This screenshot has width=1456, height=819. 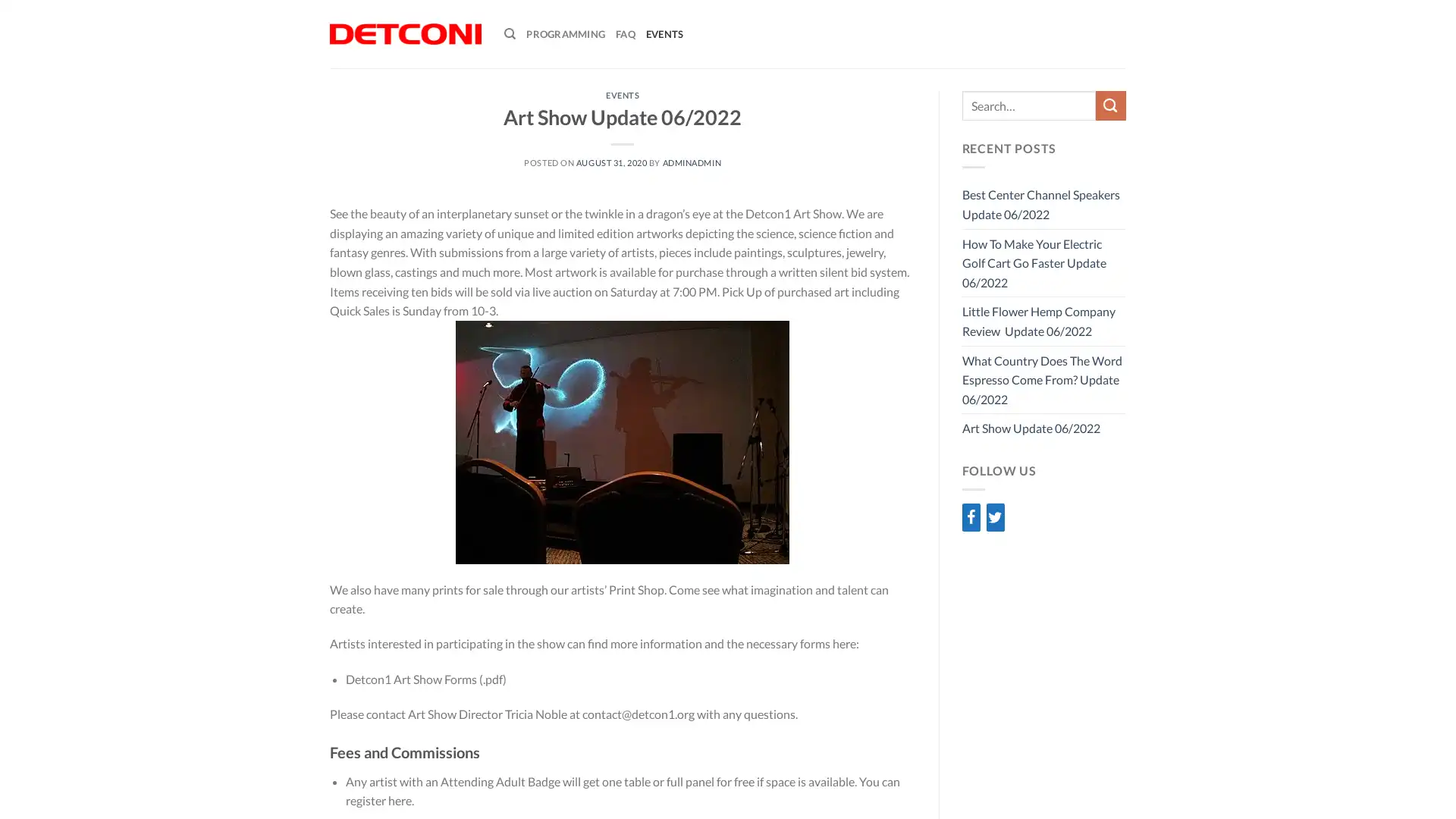 I want to click on Submit, so click(x=1110, y=105).